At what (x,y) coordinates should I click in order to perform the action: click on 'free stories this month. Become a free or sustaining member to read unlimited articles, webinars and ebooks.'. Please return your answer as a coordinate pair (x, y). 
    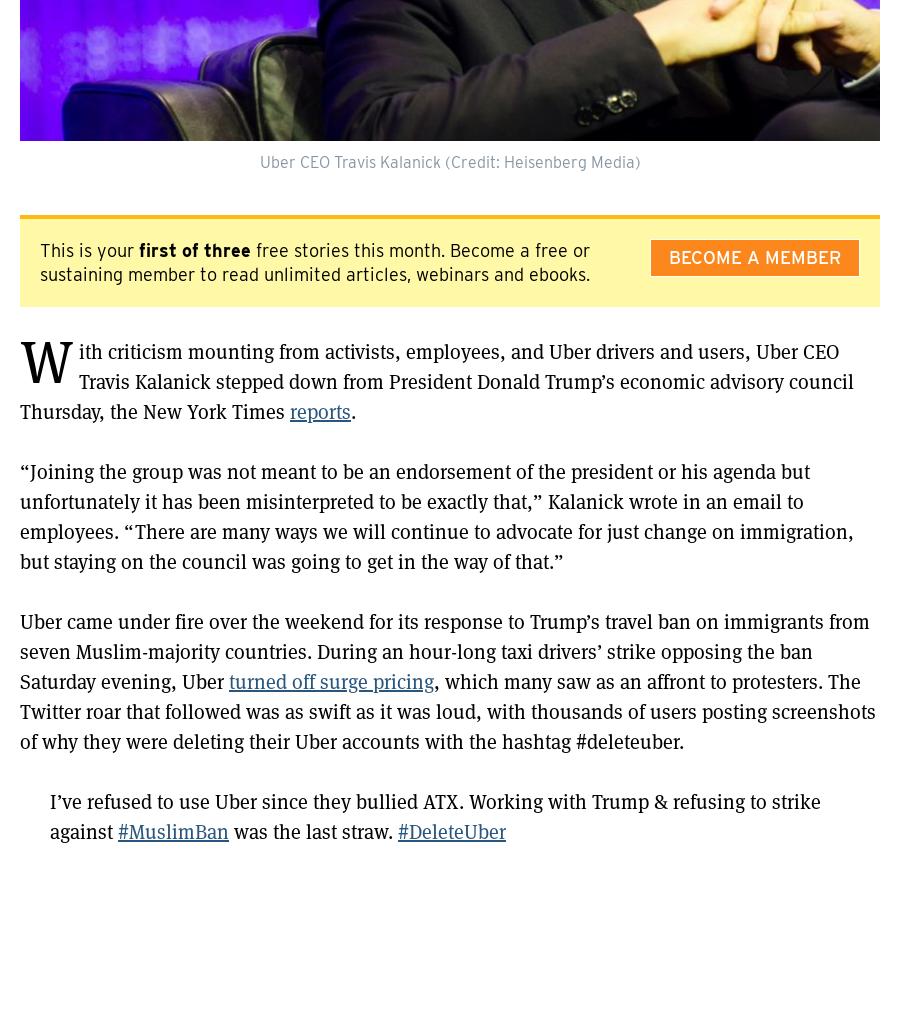
    Looking at the image, I should click on (38, 262).